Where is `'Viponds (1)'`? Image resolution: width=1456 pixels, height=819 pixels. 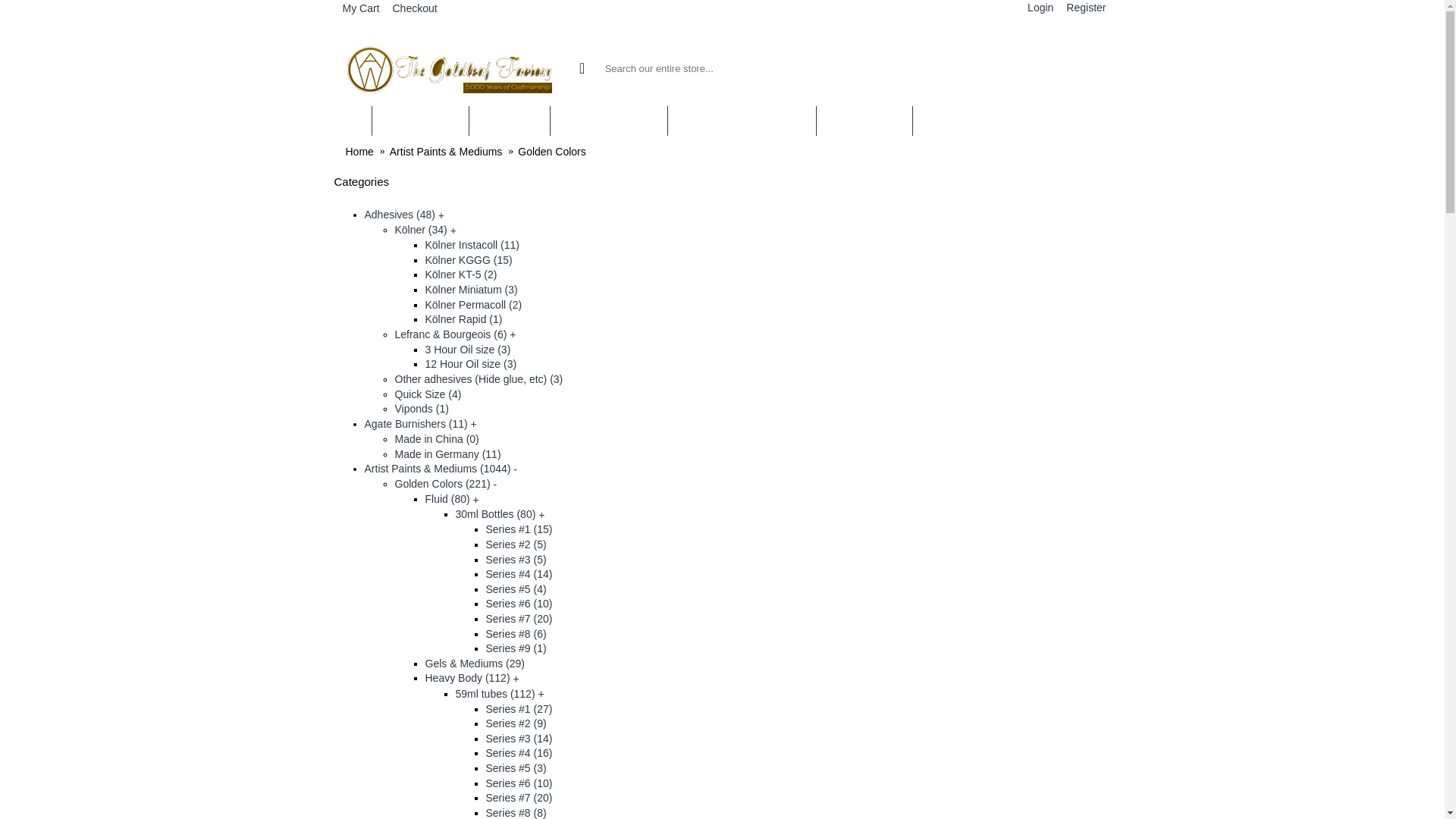 'Viponds (1)' is located at coordinates (394, 408).